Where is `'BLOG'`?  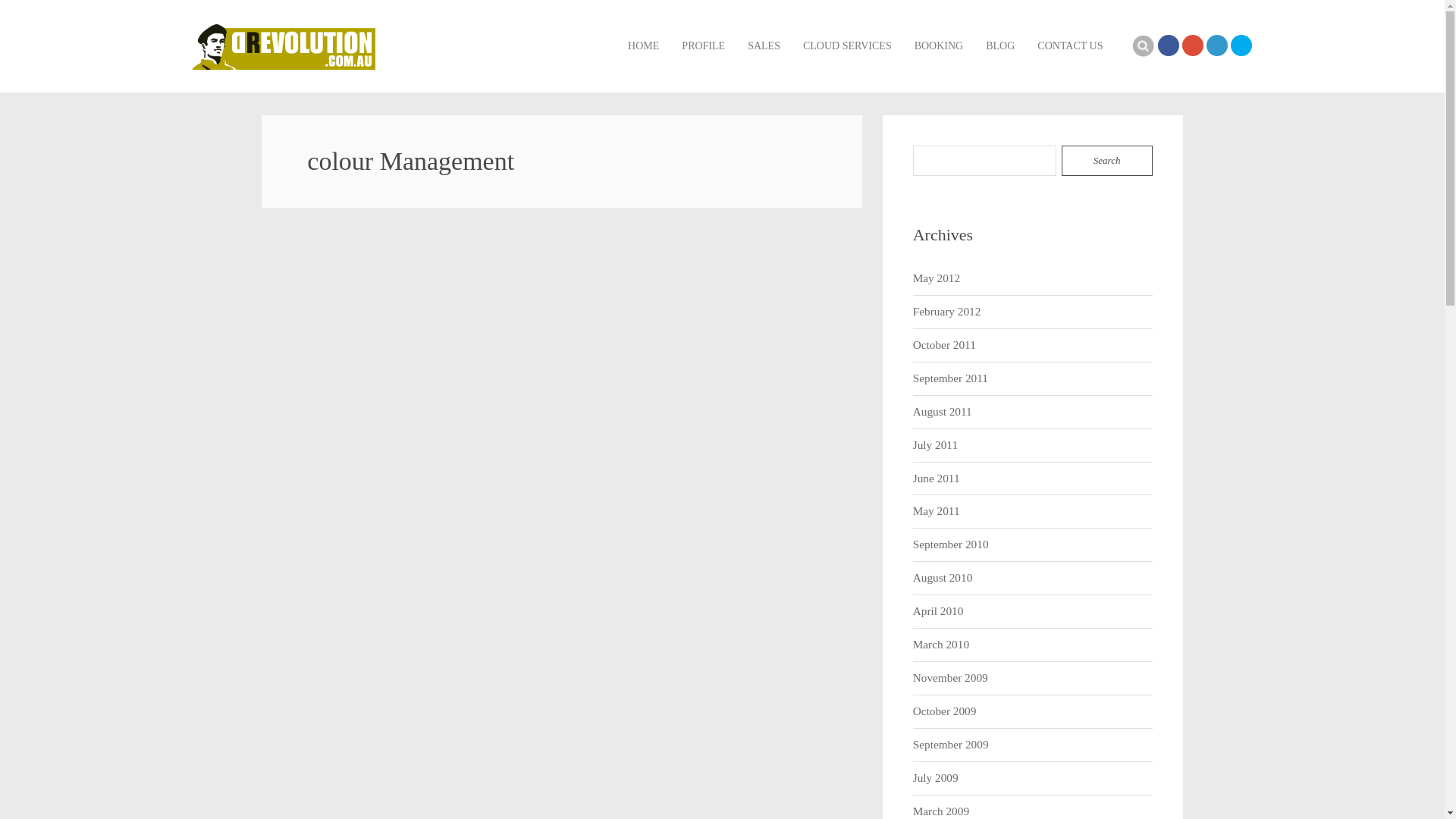 'BLOG' is located at coordinates (1000, 45).